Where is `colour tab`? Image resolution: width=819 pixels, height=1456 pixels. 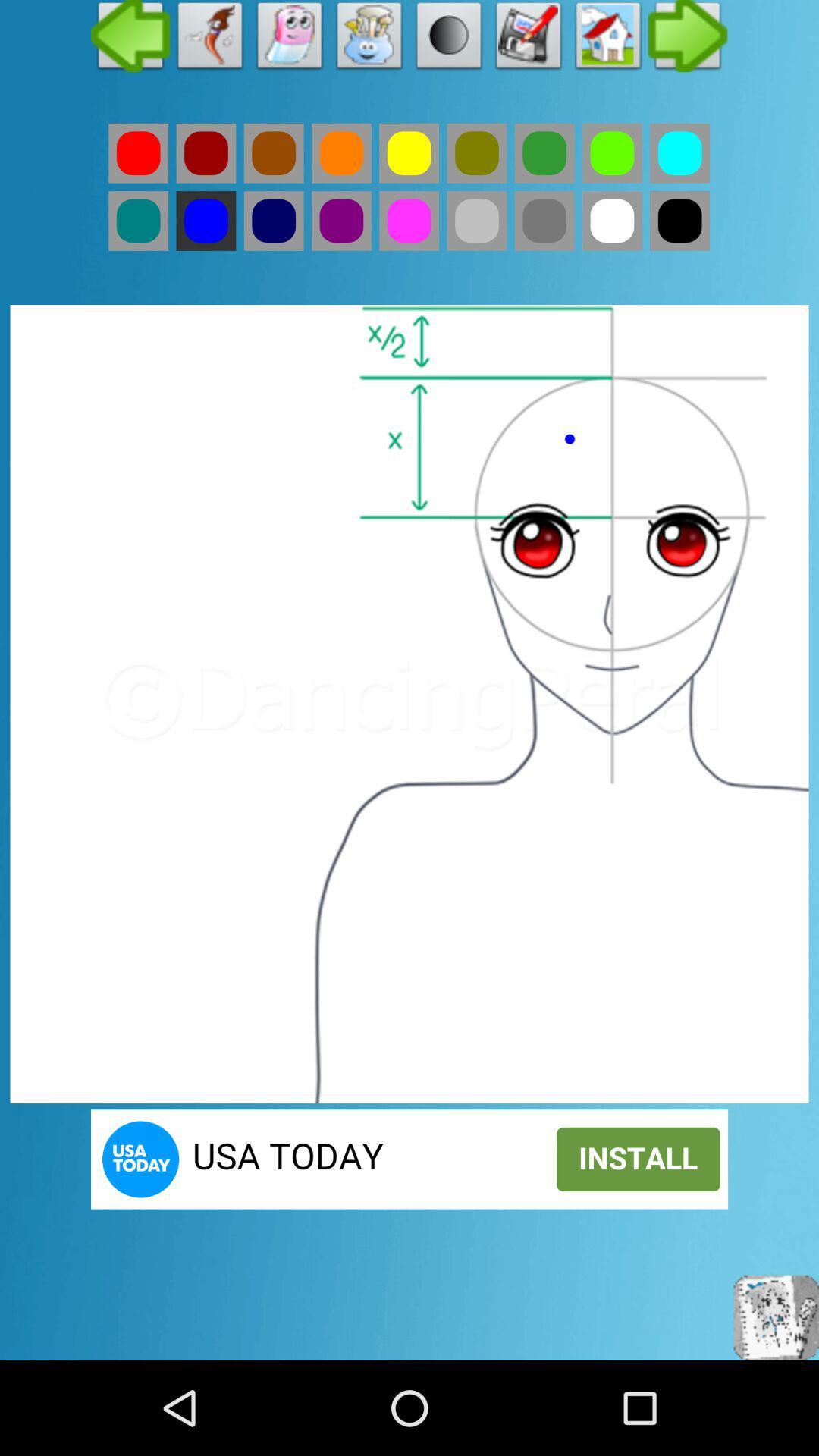
colour tab is located at coordinates (679, 153).